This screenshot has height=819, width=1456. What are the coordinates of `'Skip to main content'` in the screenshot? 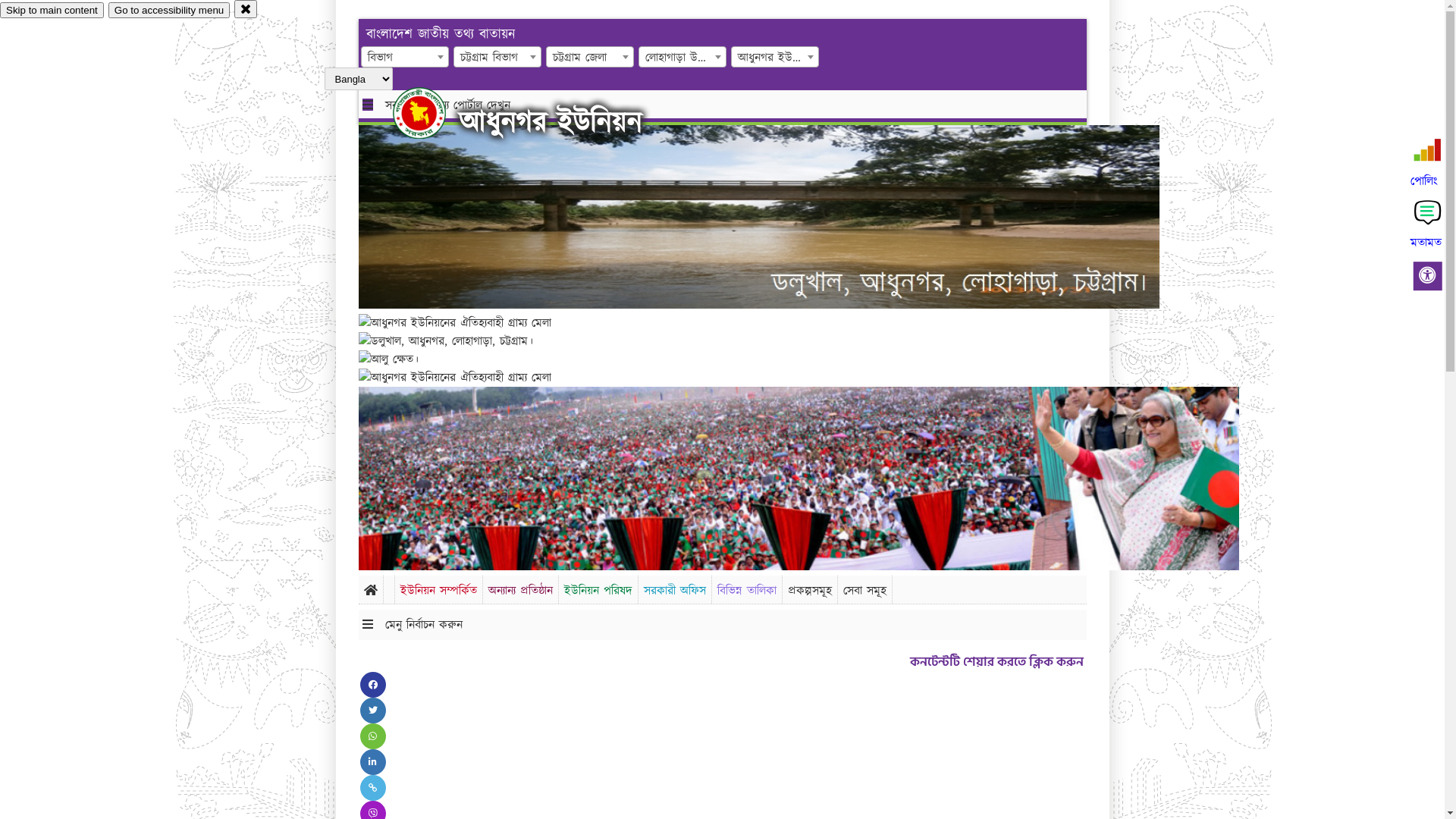 It's located at (52, 10).